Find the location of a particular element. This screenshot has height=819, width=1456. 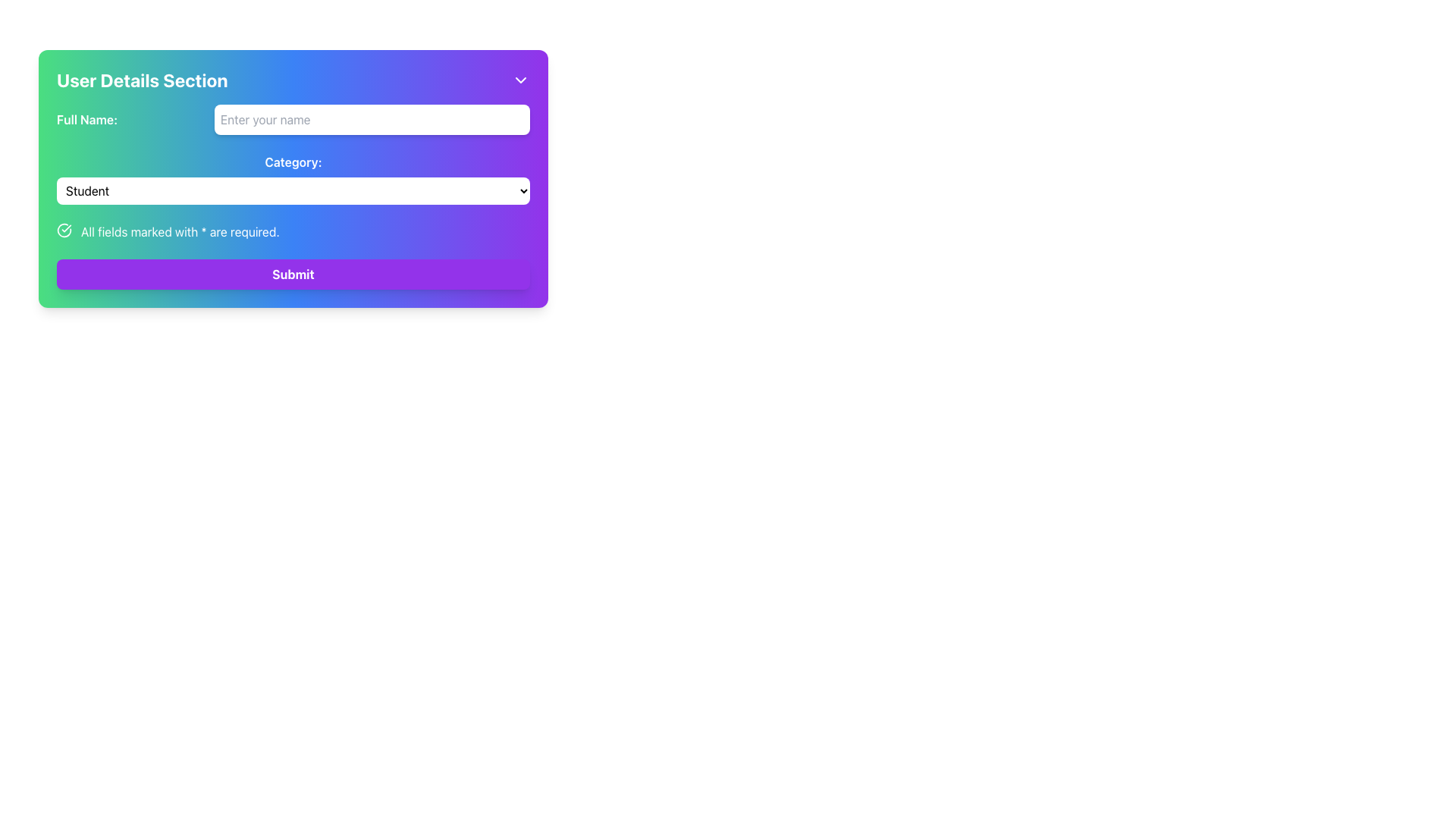

the 'Submit' button with a purple background and bold white text located below the 'User Details Section' form is located at coordinates (293, 275).